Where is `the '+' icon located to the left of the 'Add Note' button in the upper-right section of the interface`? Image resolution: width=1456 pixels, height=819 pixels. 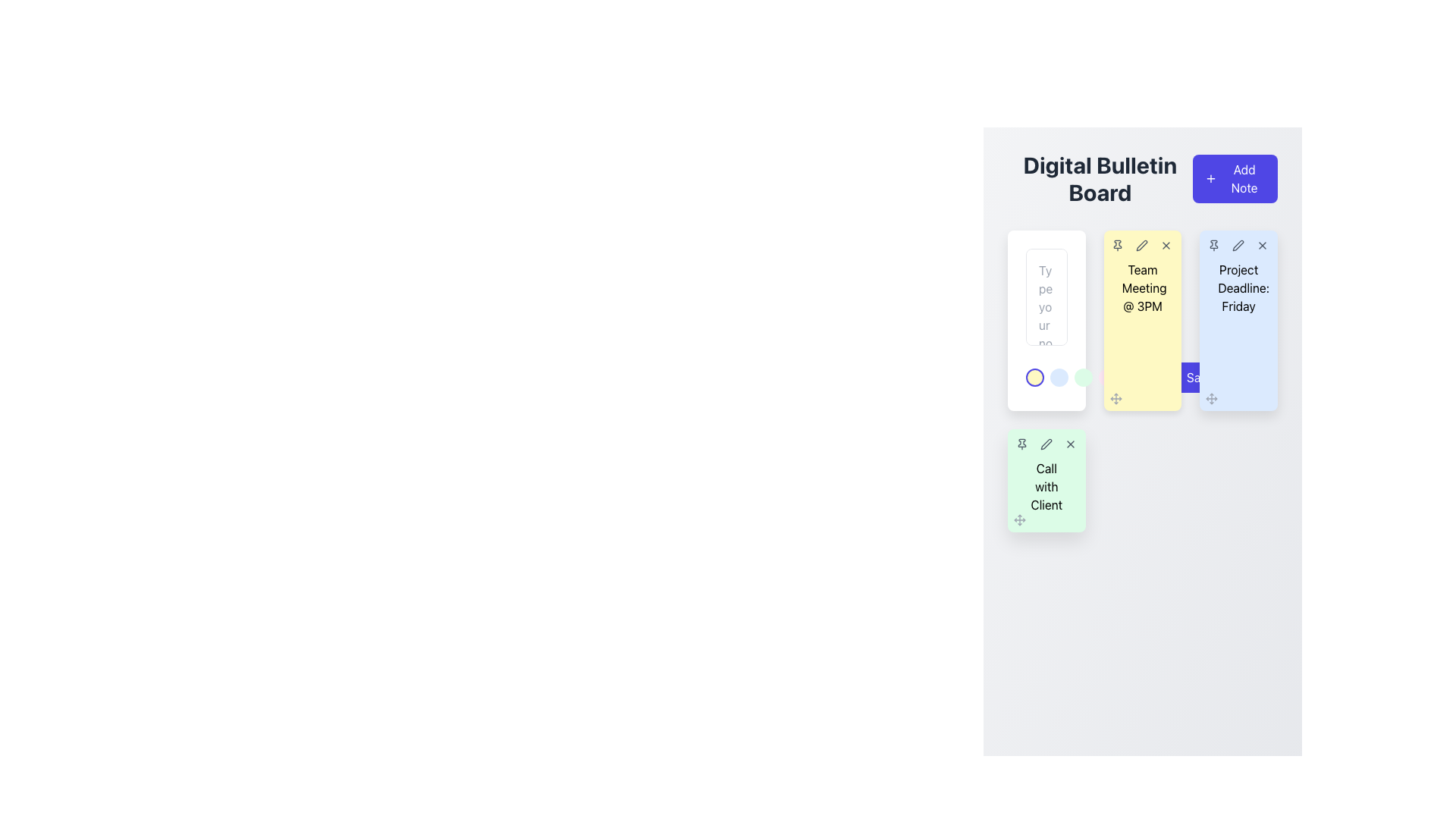 the '+' icon located to the left of the 'Add Note' button in the upper-right section of the interface is located at coordinates (1210, 177).